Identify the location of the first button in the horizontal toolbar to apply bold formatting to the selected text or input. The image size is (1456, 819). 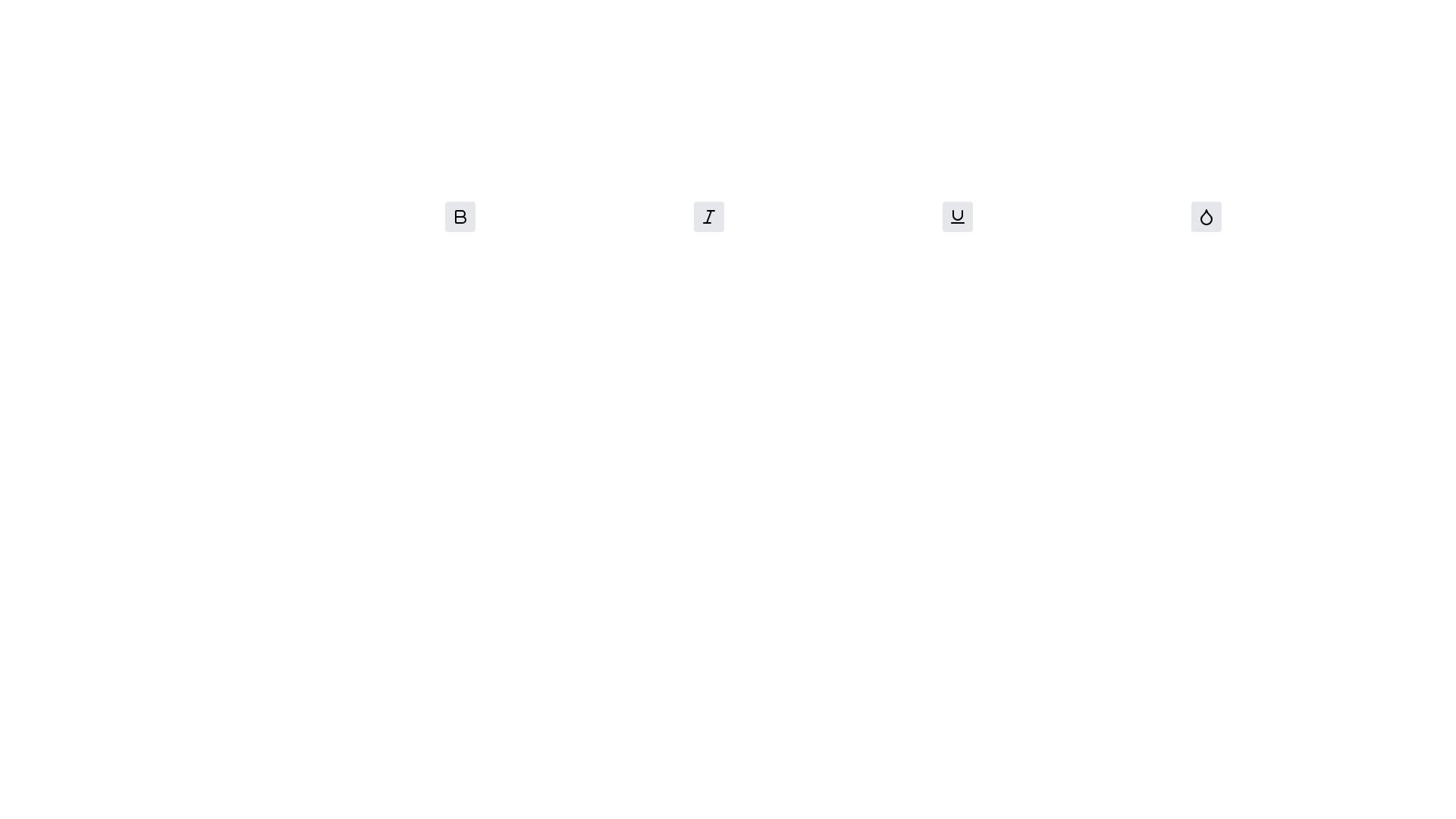
(459, 216).